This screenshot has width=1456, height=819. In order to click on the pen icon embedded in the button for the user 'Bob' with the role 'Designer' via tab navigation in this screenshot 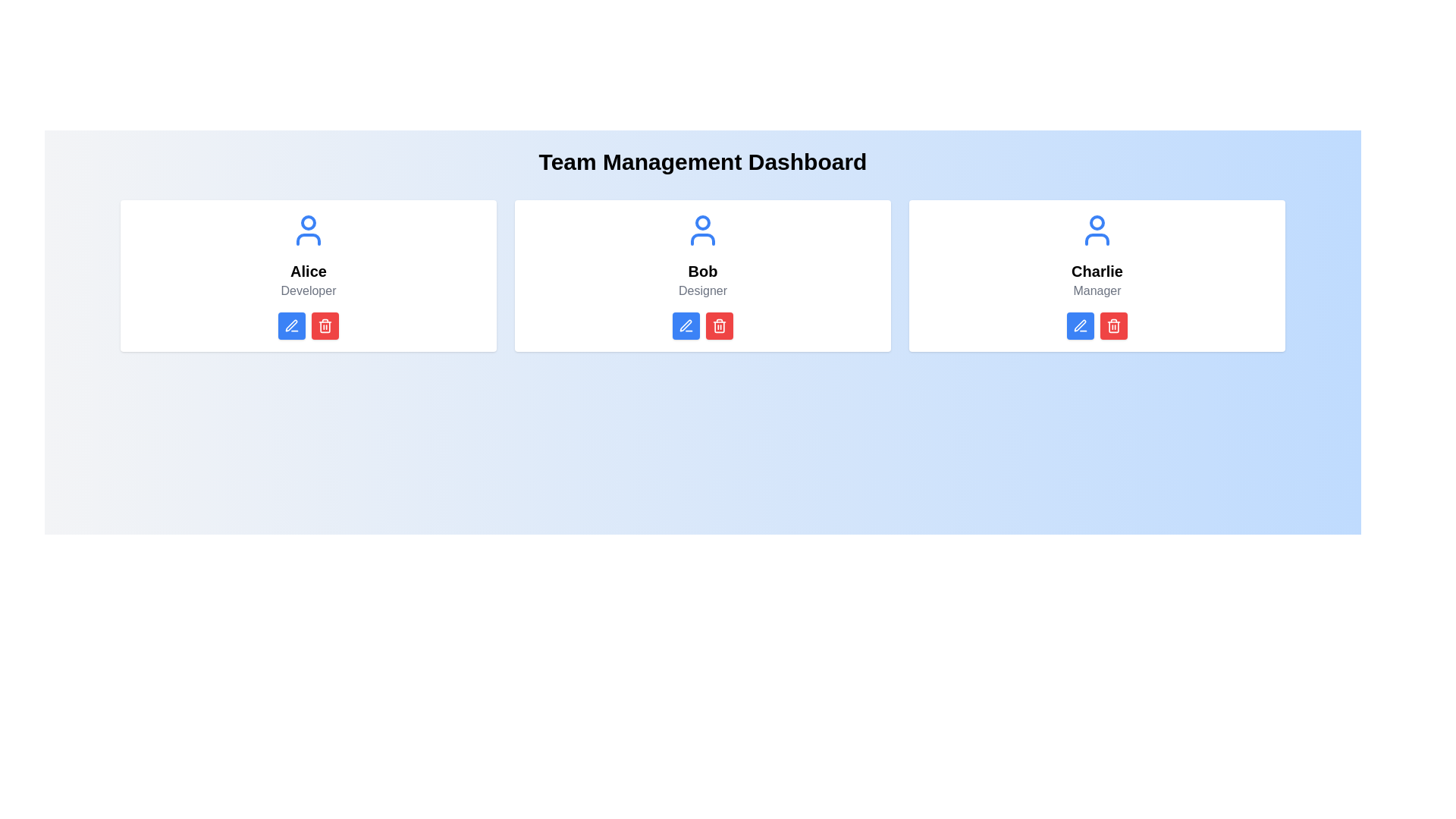, I will do `click(685, 325)`.